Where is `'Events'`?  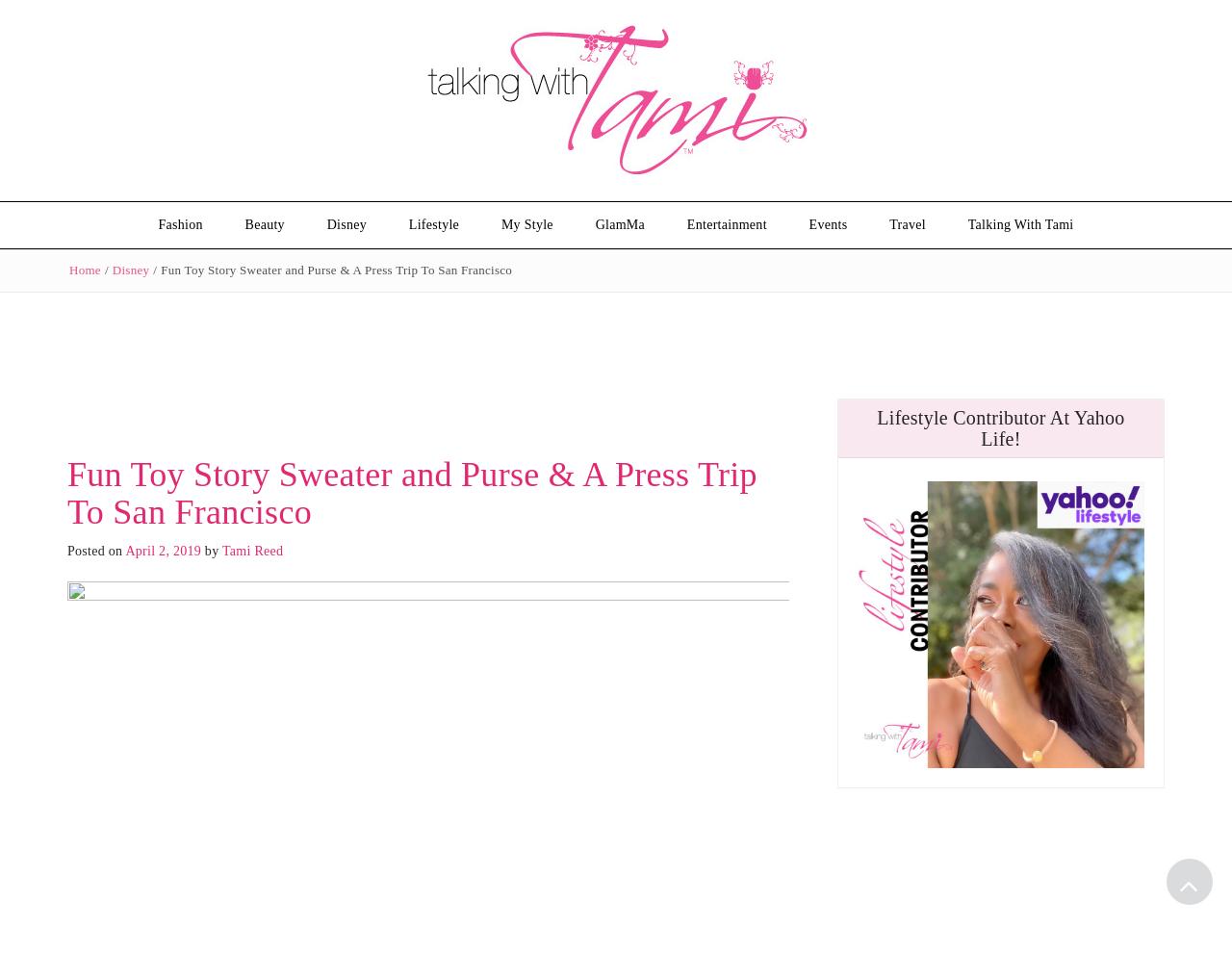
'Events' is located at coordinates (828, 223).